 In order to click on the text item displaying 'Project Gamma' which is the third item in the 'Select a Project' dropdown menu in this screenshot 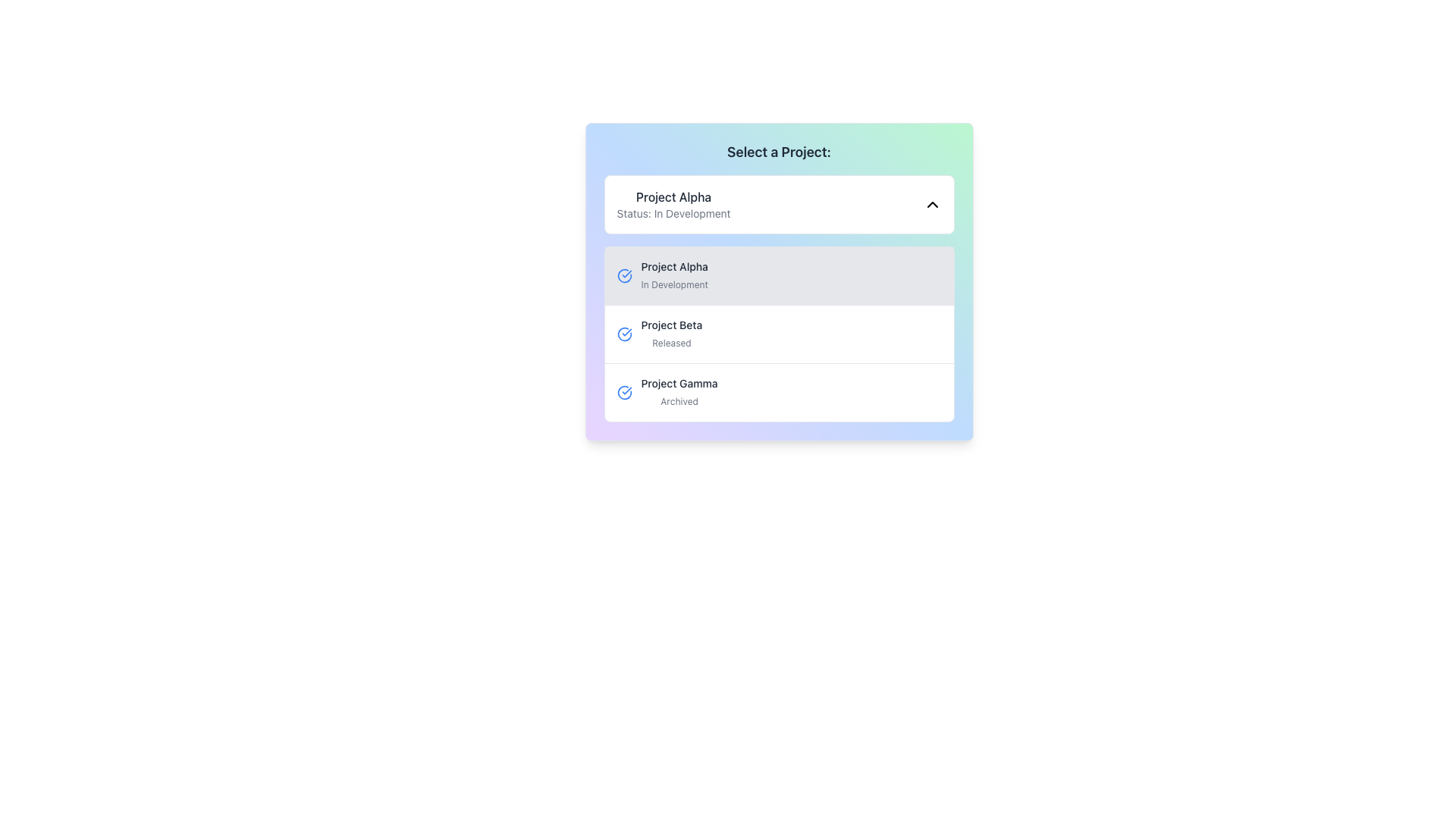, I will do `click(679, 391)`.